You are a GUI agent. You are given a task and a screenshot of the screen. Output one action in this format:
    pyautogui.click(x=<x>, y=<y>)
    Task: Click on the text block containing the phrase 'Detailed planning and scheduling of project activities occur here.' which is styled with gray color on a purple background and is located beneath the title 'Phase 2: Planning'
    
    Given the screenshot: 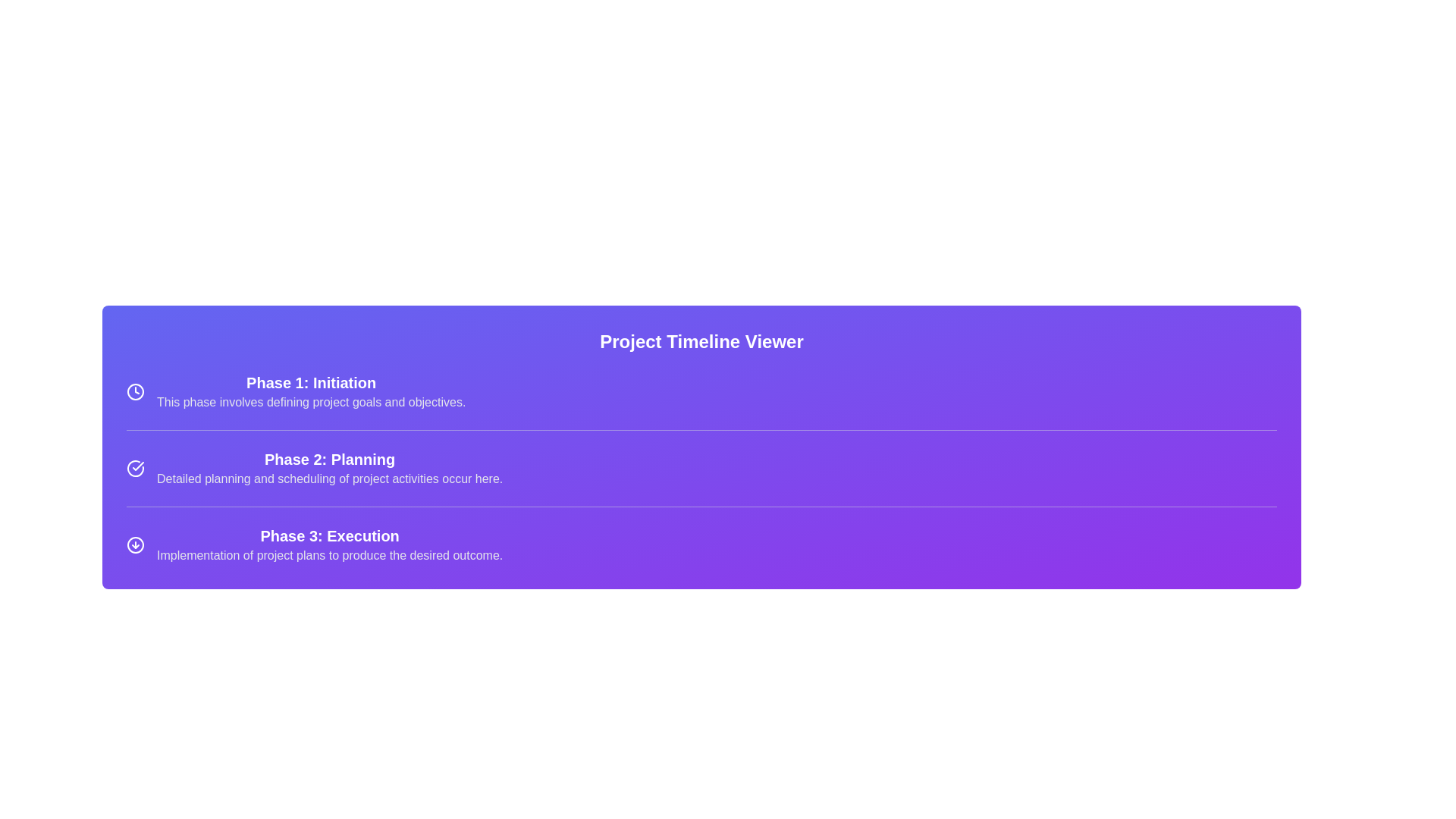 What is the action you would take?
    pyautogui.click(x=329, y=479)
    